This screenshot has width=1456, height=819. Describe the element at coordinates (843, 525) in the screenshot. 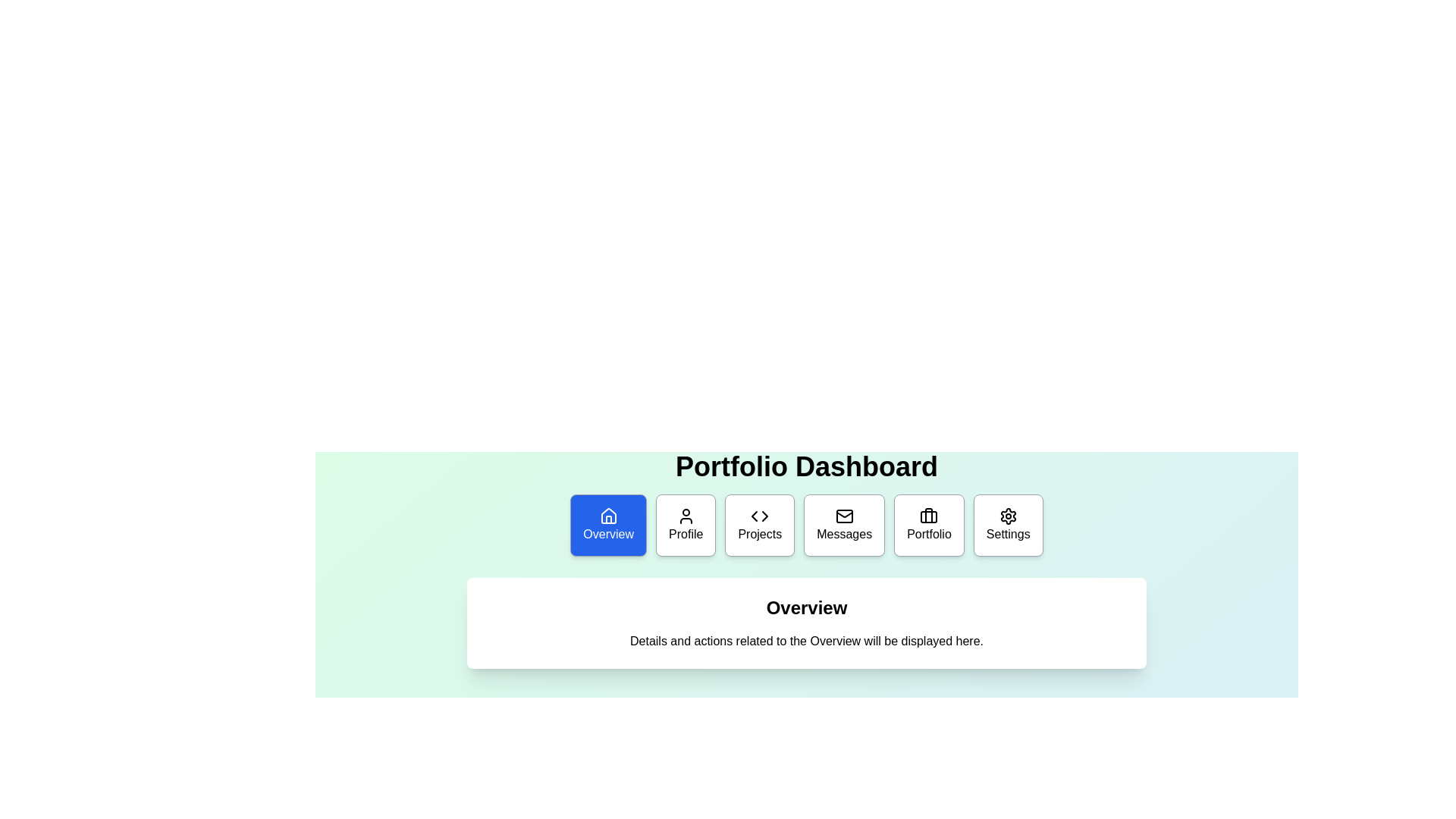

I see `the 'Messages' button, which is a rectangular button with rounded corners, a white background, a black mail icon at the top, and the text 'Messages' in black below the icon` at that location.